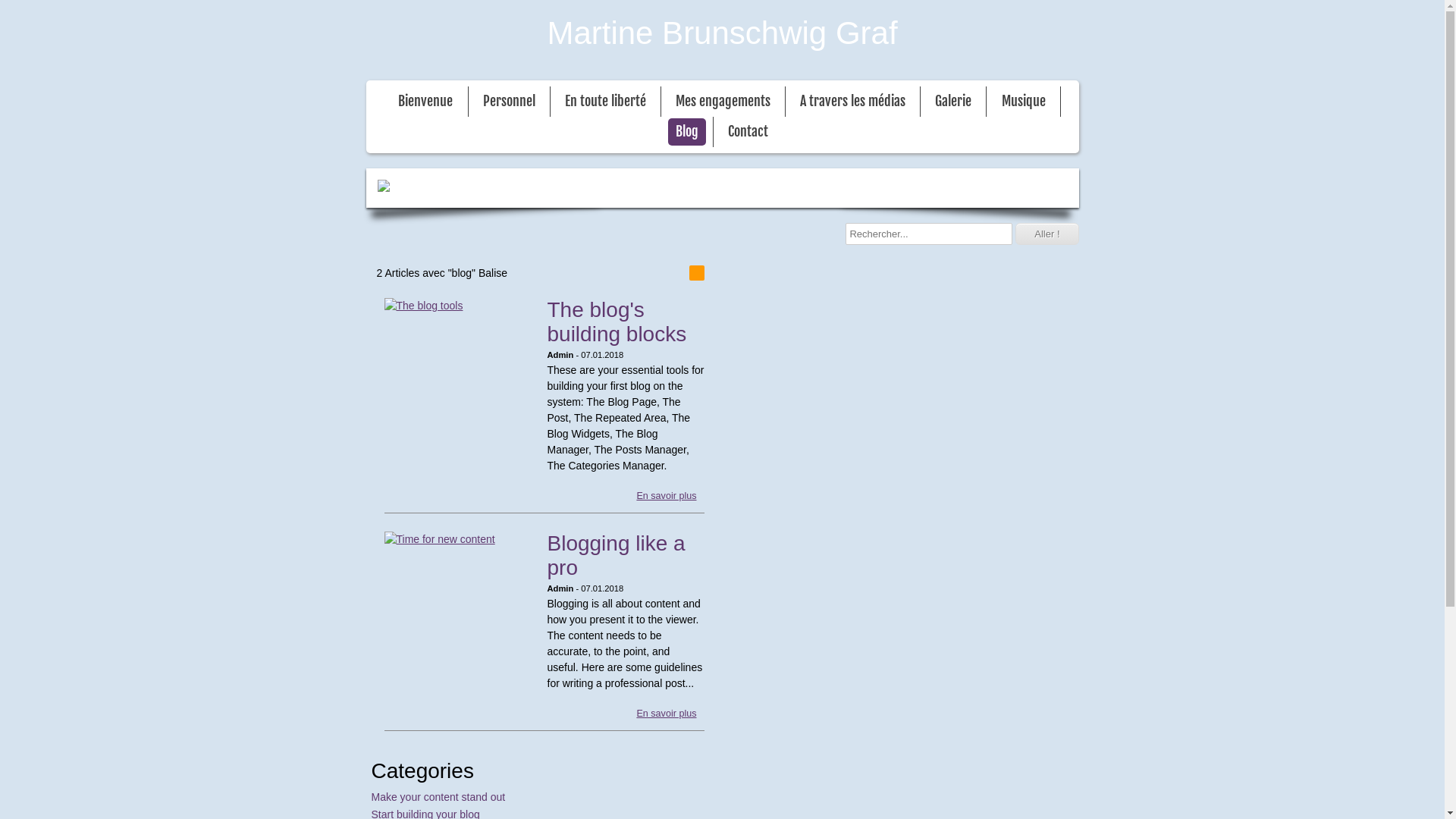  What do you see at coordinates (927, 102) in the screenshot?
I see `'Galerie'` at bounding box center [927, 102].